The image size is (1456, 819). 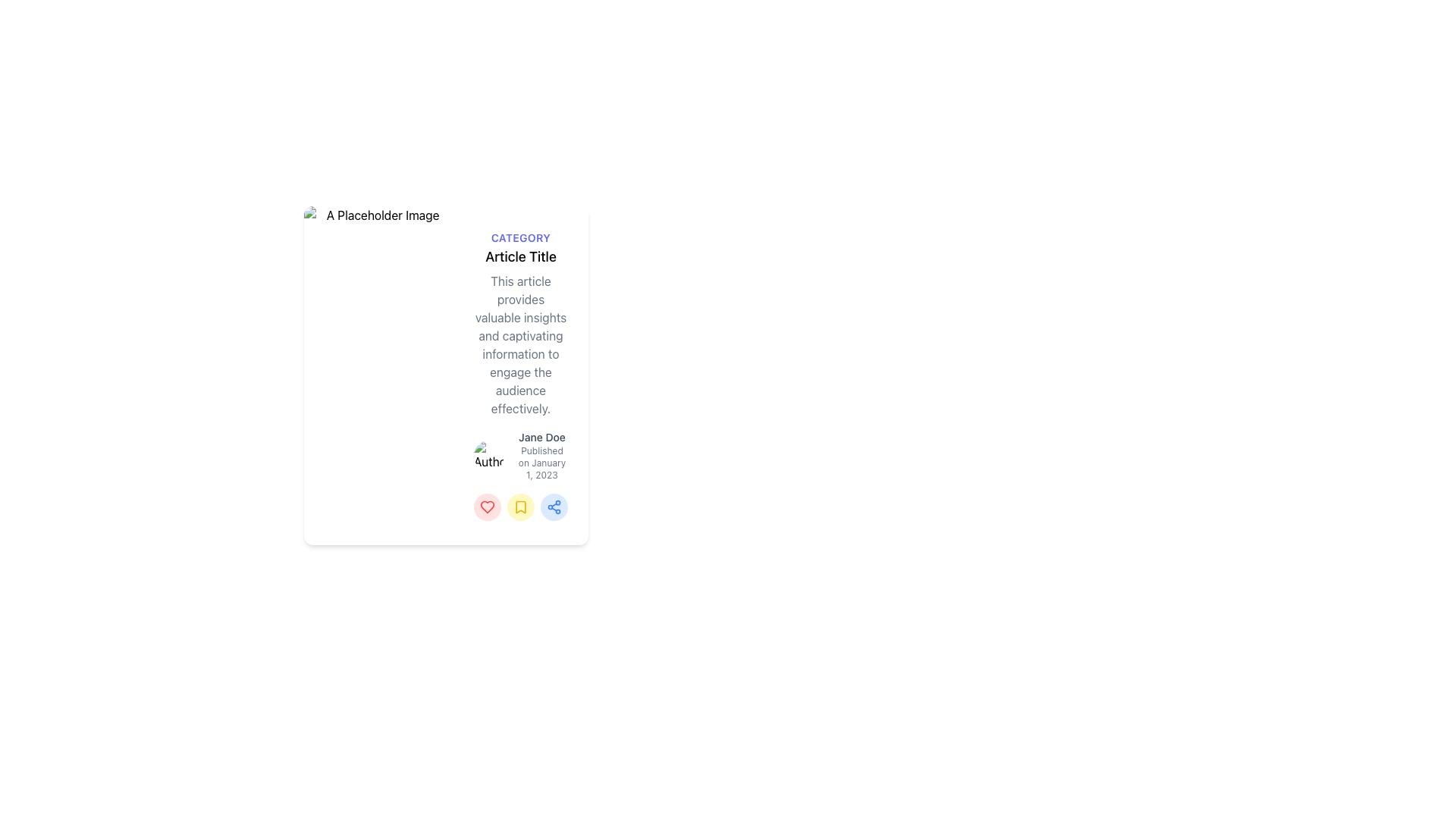 What do you see at coordinates (488, 506) in the screenshot?
I see `the first circular button with a red background and a heart icon` at bounding box center [488, 506].